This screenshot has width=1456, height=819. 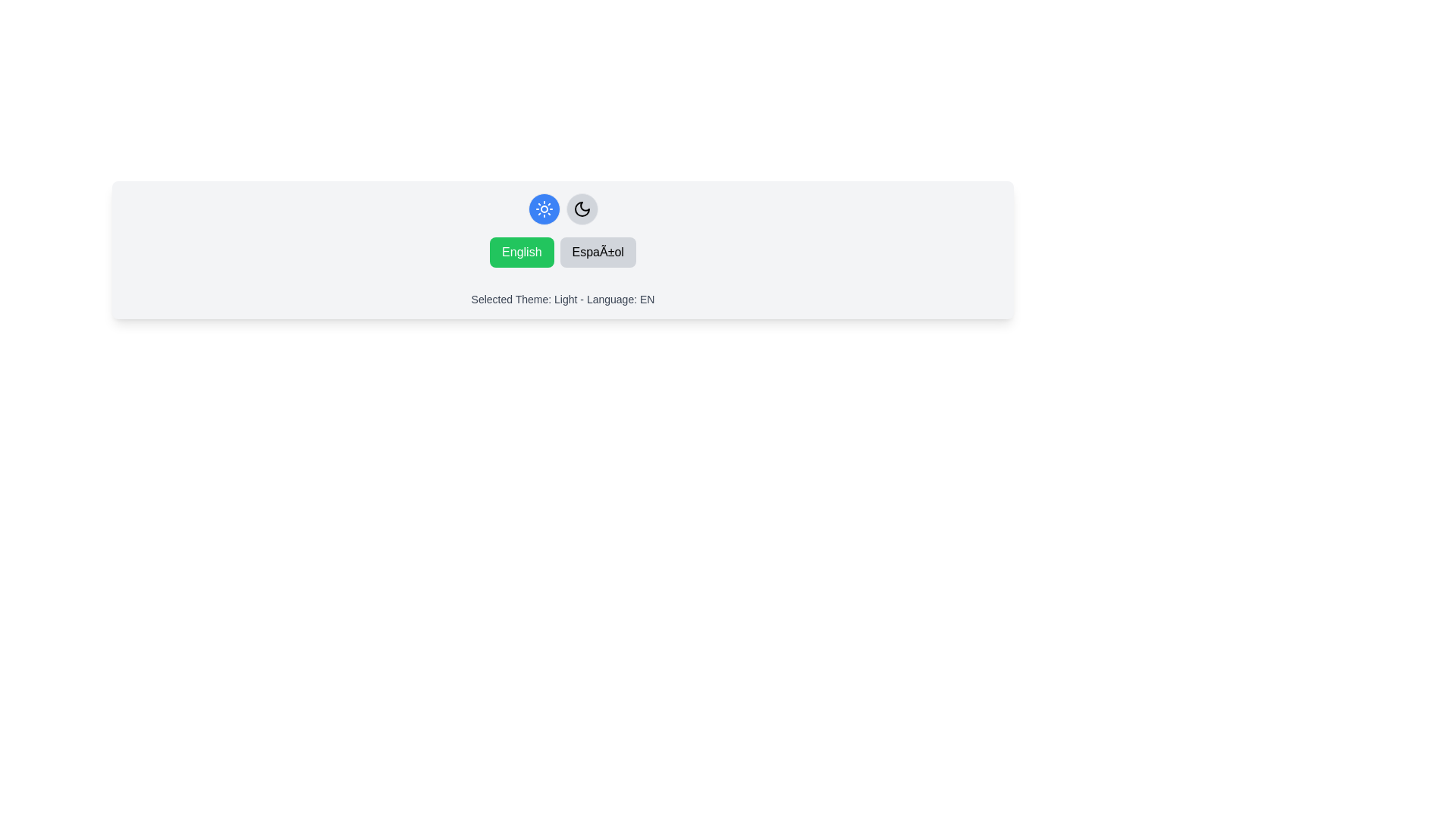 What do you see at coordinates (562, 209) in the screenshot?
I see `the sun icon on the theme selection toggle switch` at bounding box center [562, 209].